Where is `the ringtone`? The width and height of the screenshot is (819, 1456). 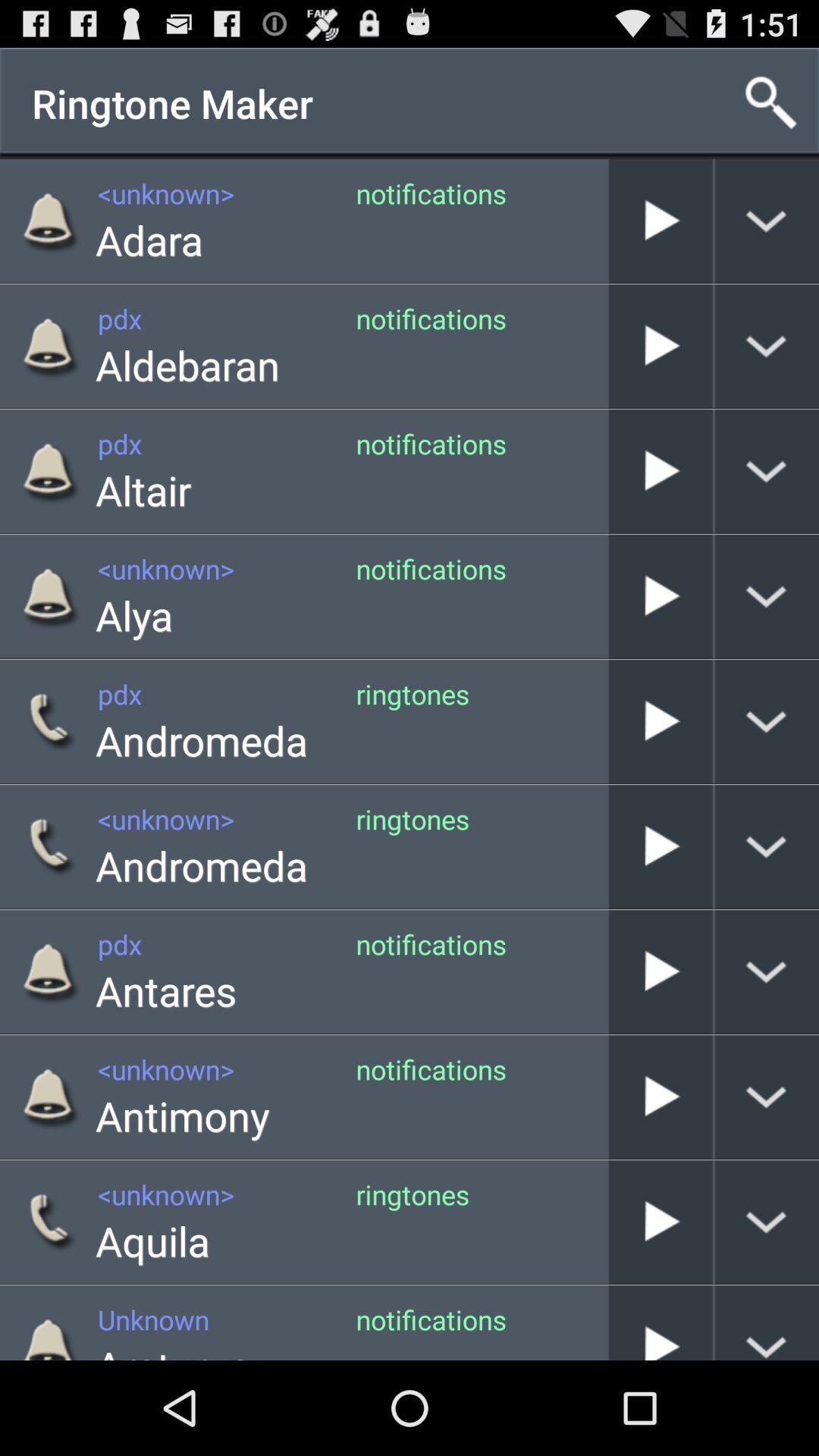
the ringtone is located at coordinates (660, 846).